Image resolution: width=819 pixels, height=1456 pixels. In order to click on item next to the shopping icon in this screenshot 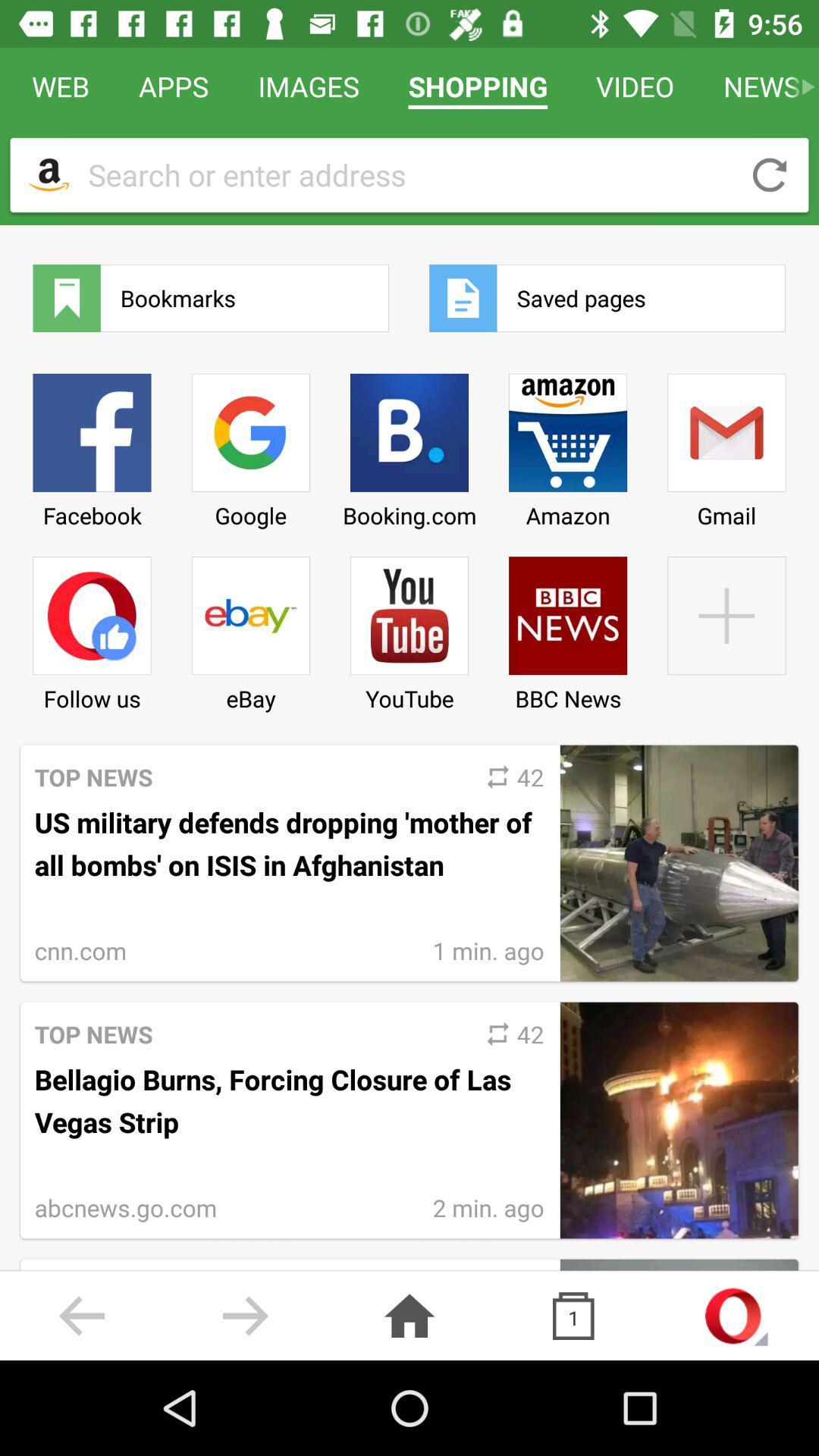, I will do `click(308, 86)`.